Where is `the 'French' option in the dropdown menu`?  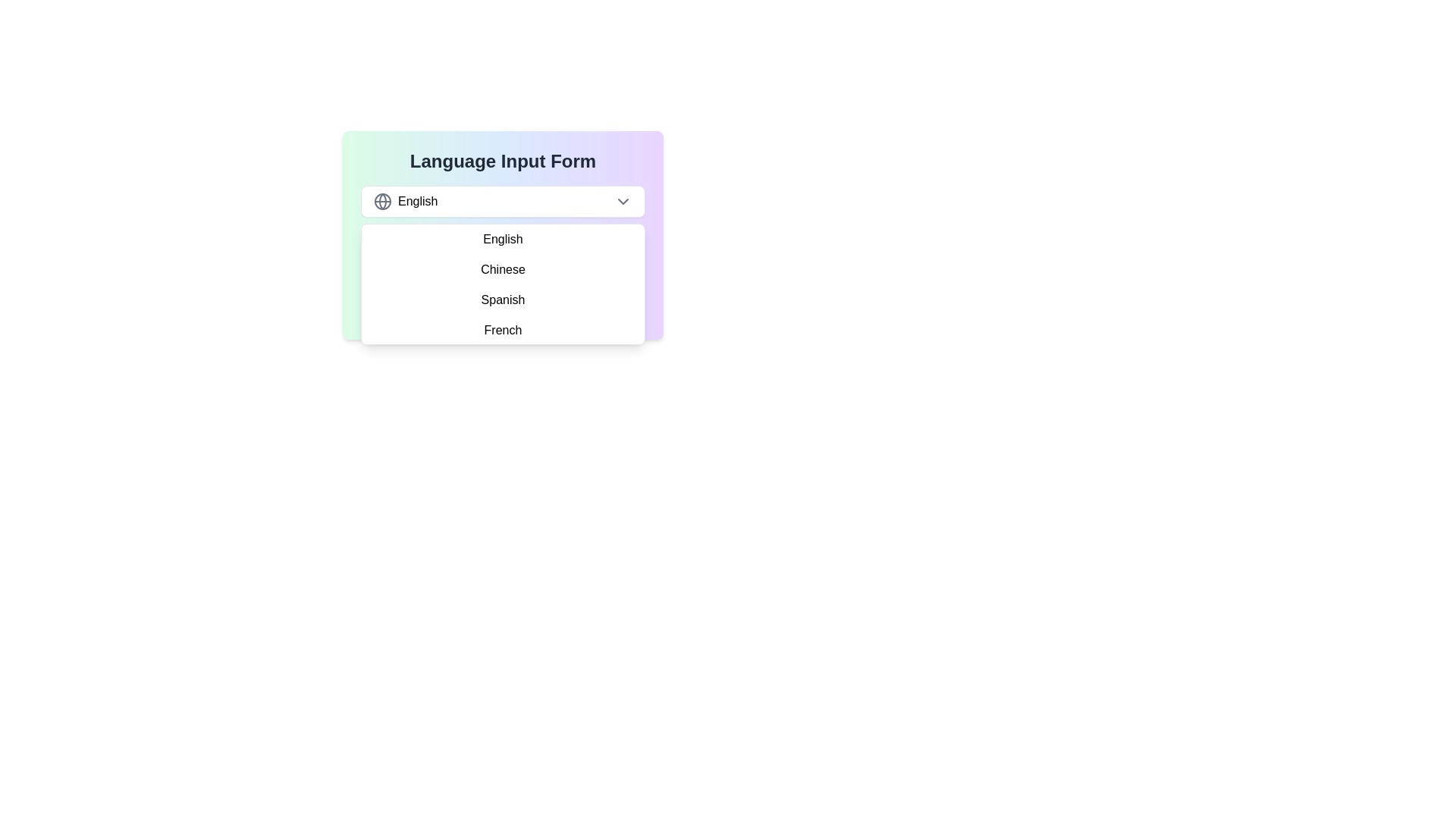 the 'French' option in the dropdown menu is located at coordinates (503, 329).